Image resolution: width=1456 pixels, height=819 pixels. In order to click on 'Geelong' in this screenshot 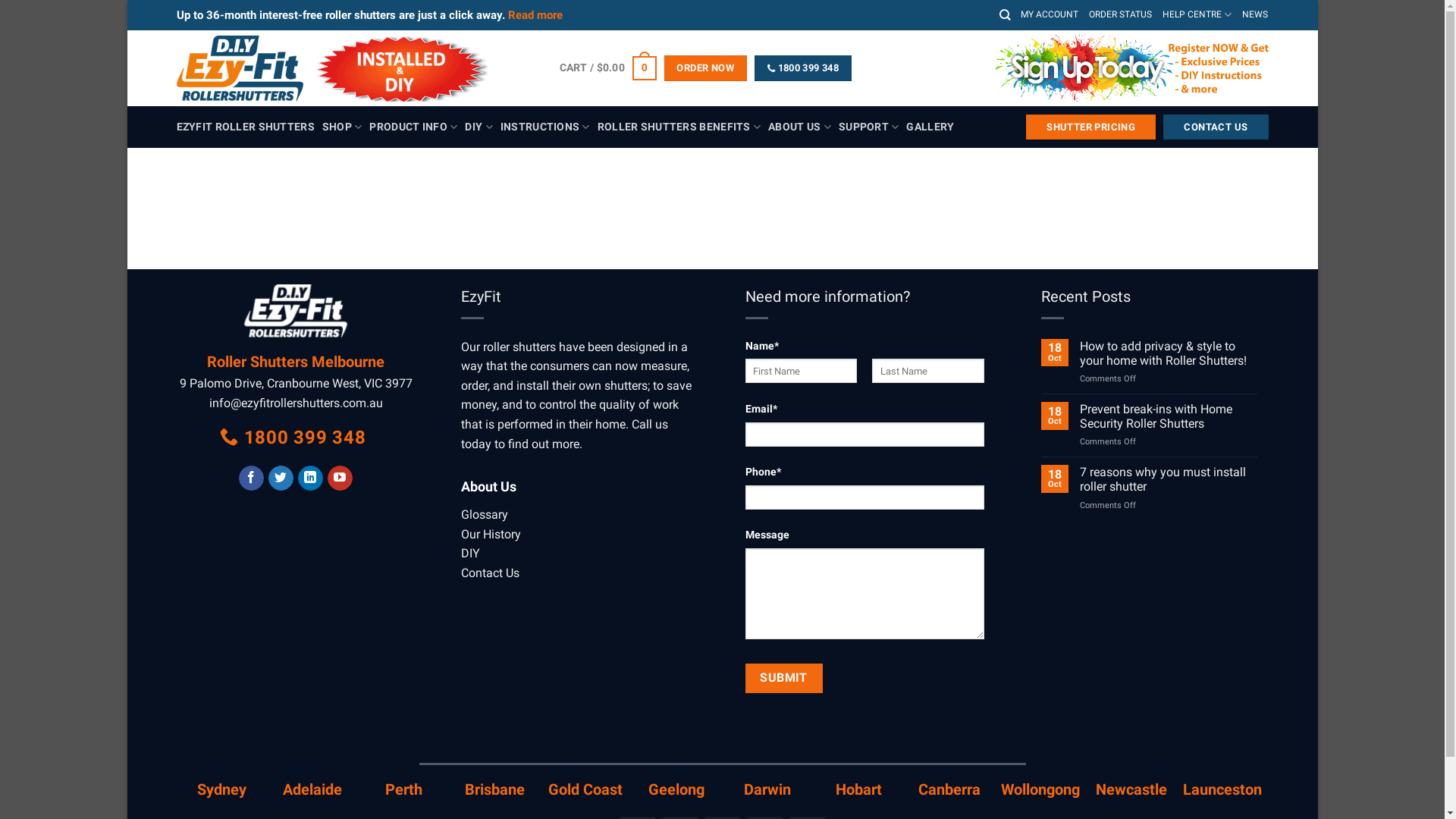, I will do `click(676, 789)`.